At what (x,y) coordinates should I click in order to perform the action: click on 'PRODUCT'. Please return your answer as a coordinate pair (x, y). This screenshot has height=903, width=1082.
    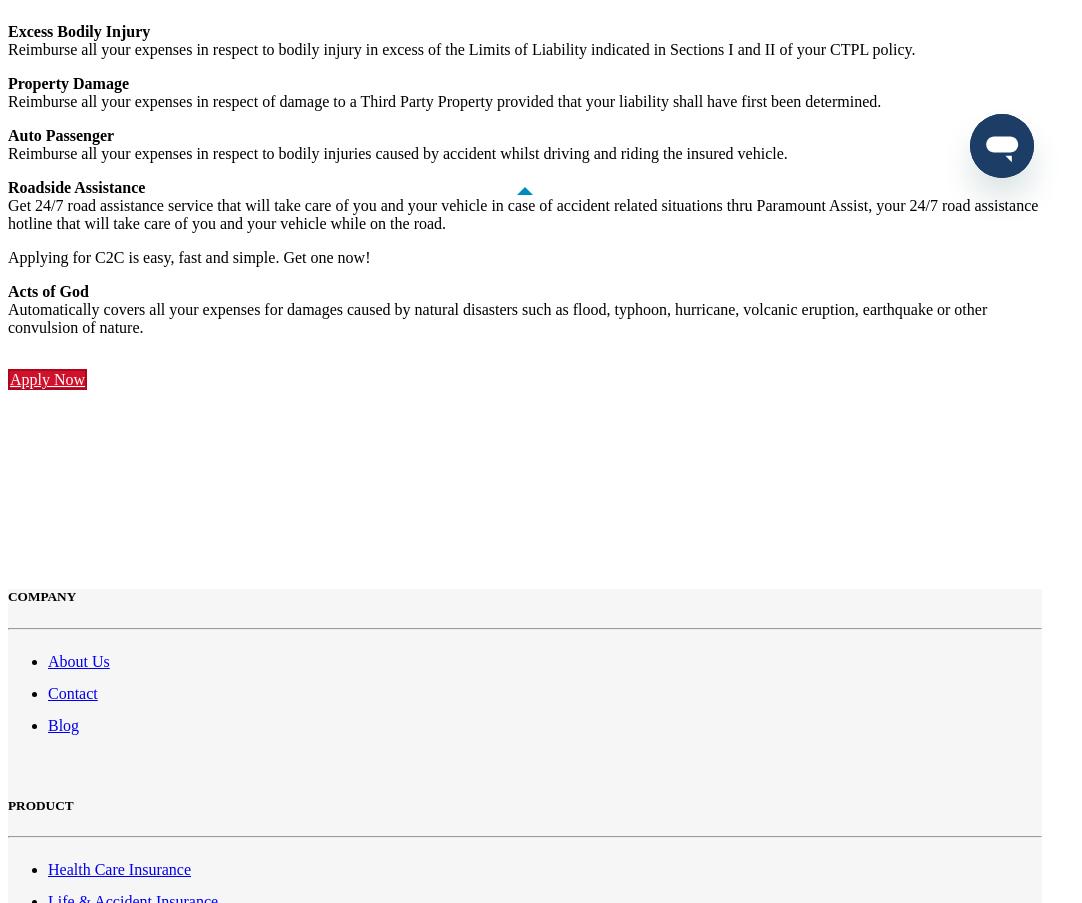
    Looking at the image, I should click on (40, 803).